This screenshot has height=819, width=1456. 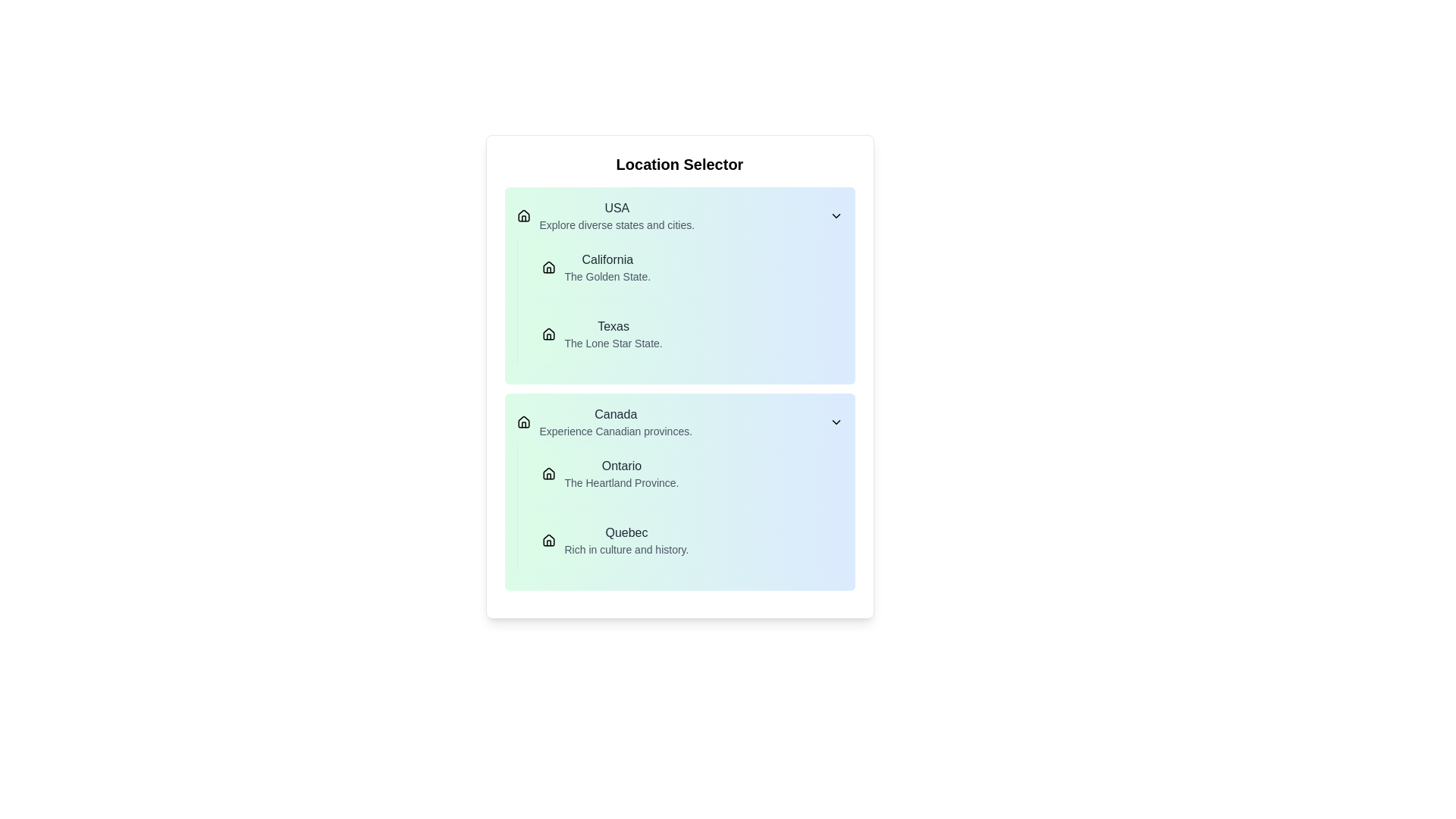 I want to click on the home icon located to the left of the text 'Texas' in the location selector interface, so click(x=548, y=333).